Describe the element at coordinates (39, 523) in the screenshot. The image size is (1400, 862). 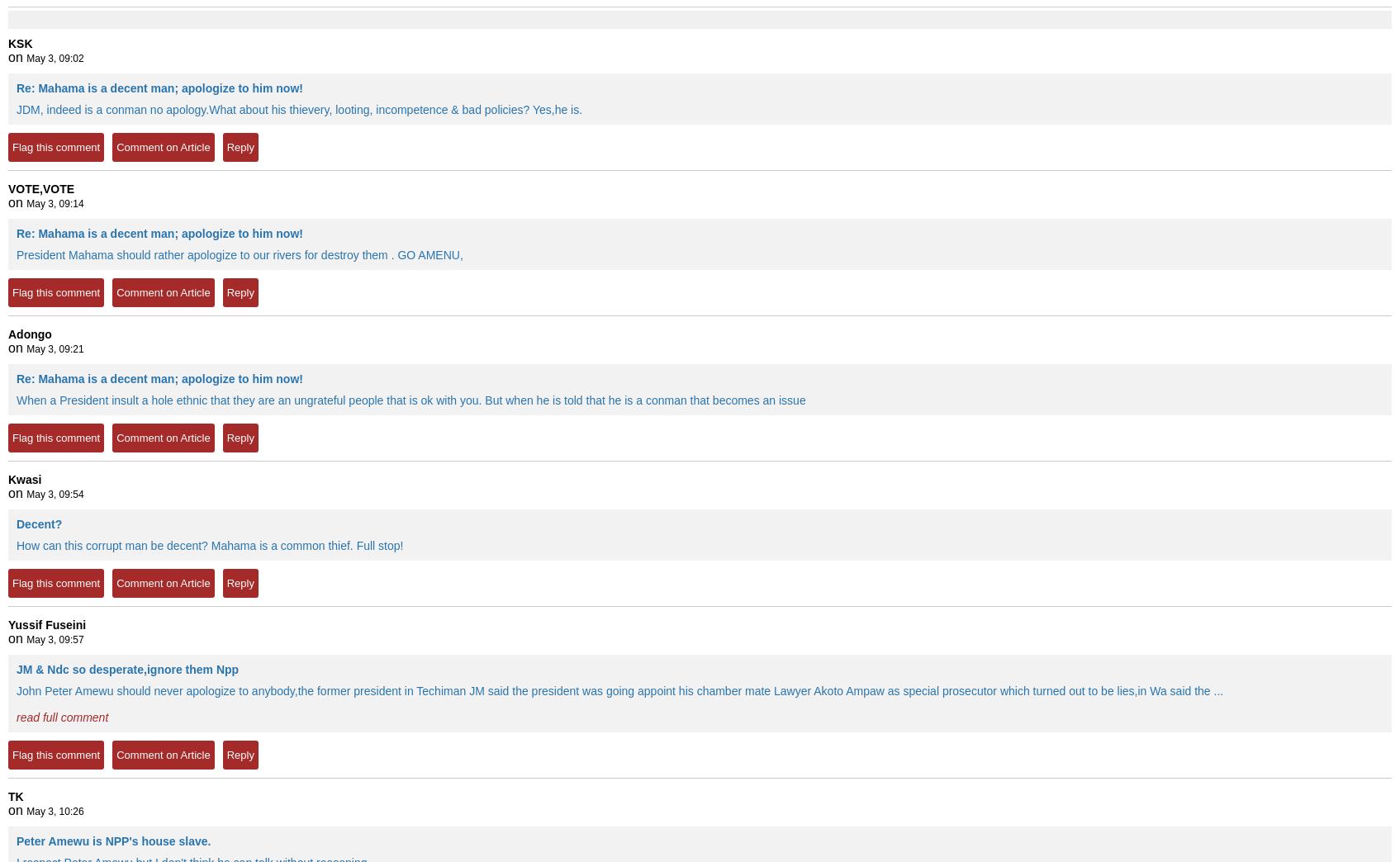
I see `'Decent?'` at that location.